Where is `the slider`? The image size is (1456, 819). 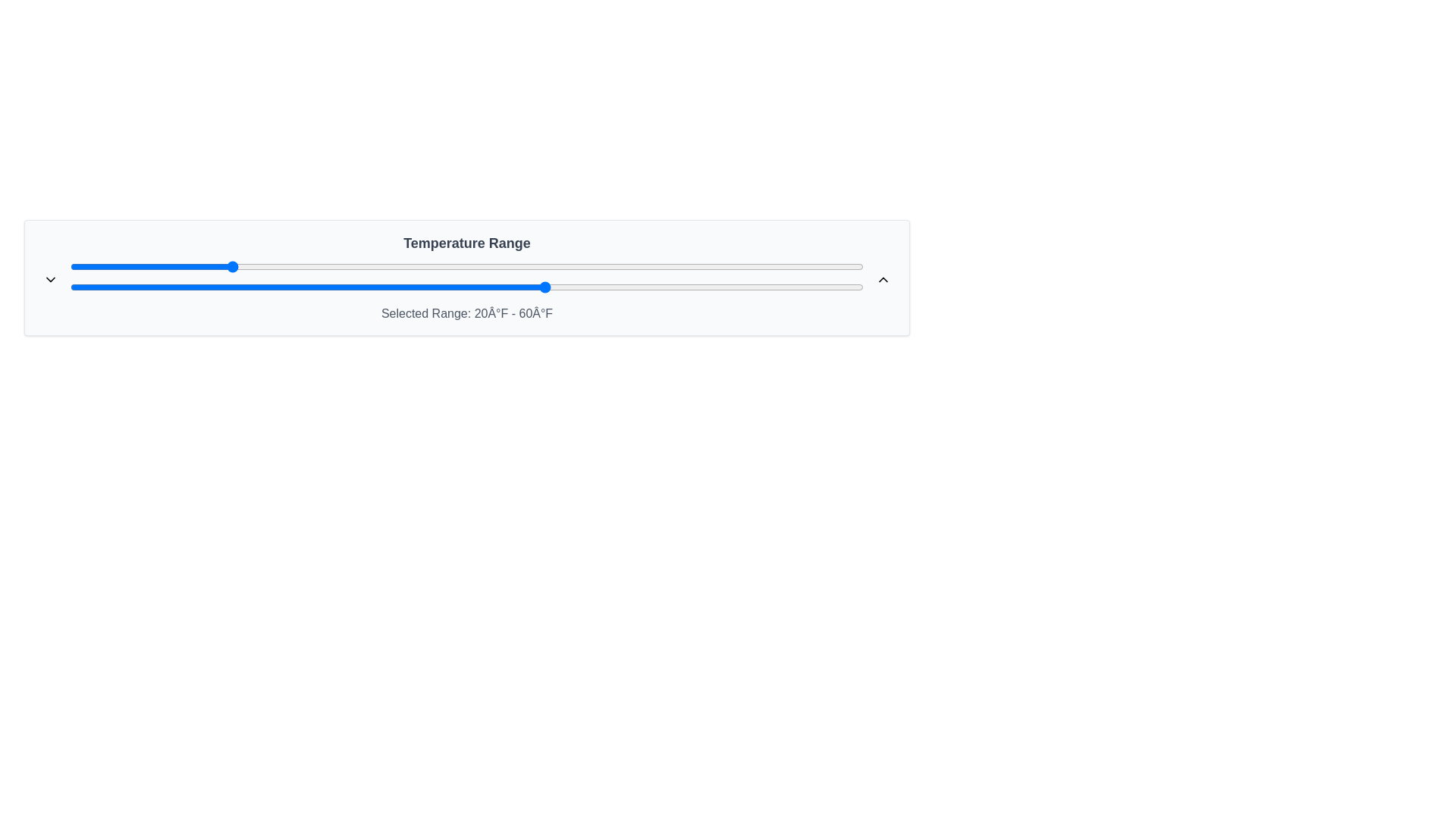 the slider is located at coordinates (133, 287).